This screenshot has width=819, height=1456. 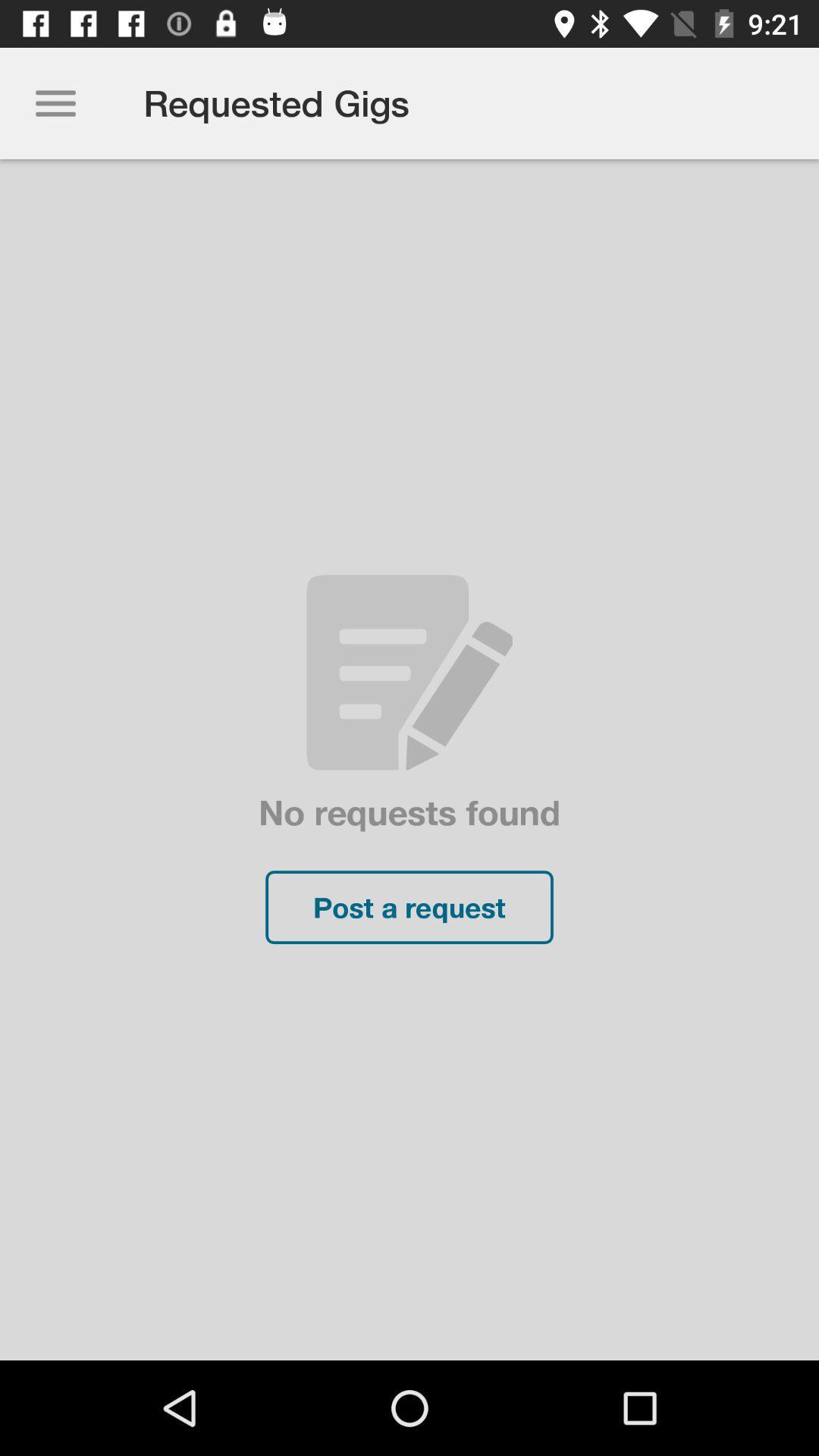 I want to click on the icon below no requests found, so click(x=409, y=907).